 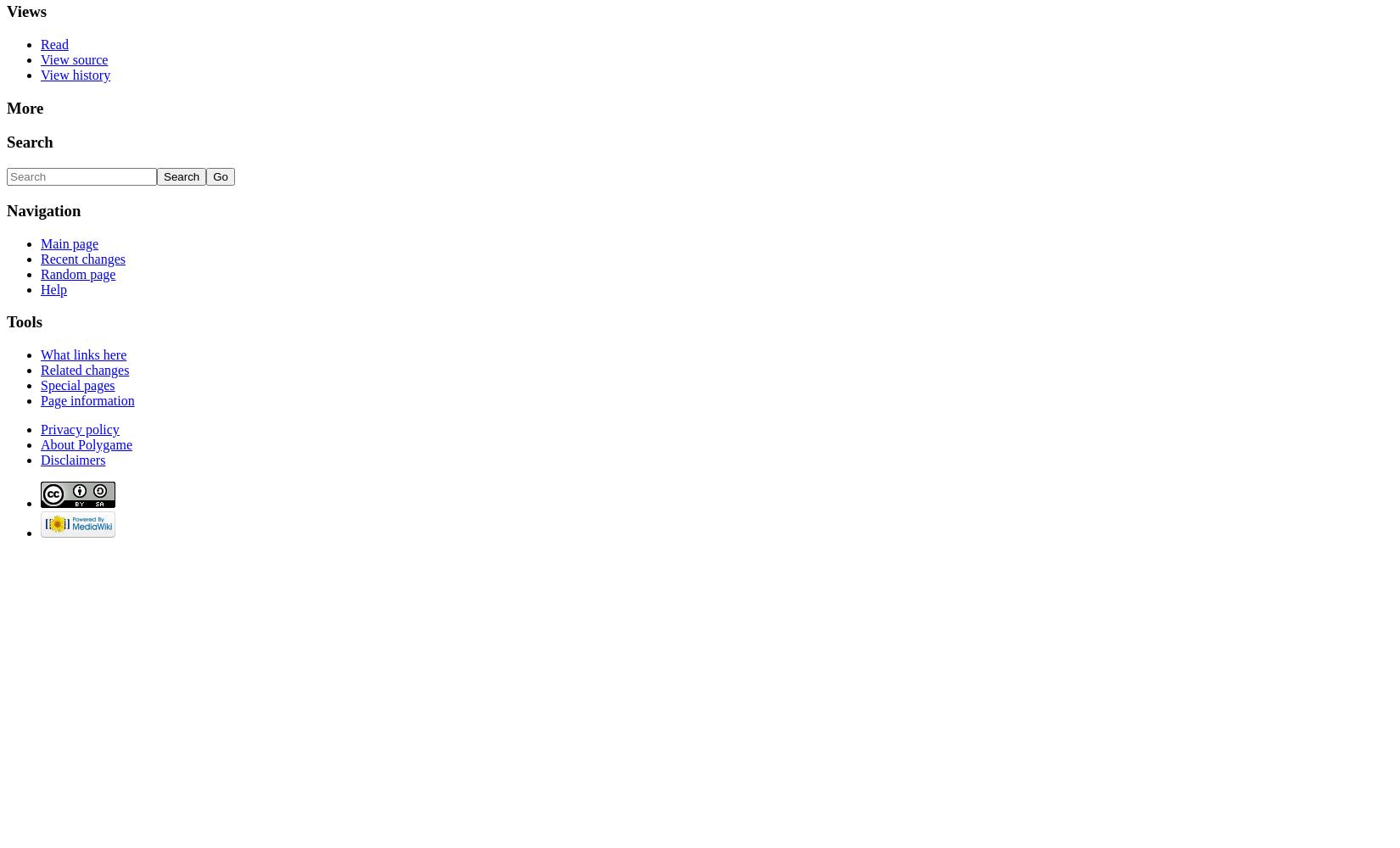 I want to click on 'View history', so click(x=75, y=74).